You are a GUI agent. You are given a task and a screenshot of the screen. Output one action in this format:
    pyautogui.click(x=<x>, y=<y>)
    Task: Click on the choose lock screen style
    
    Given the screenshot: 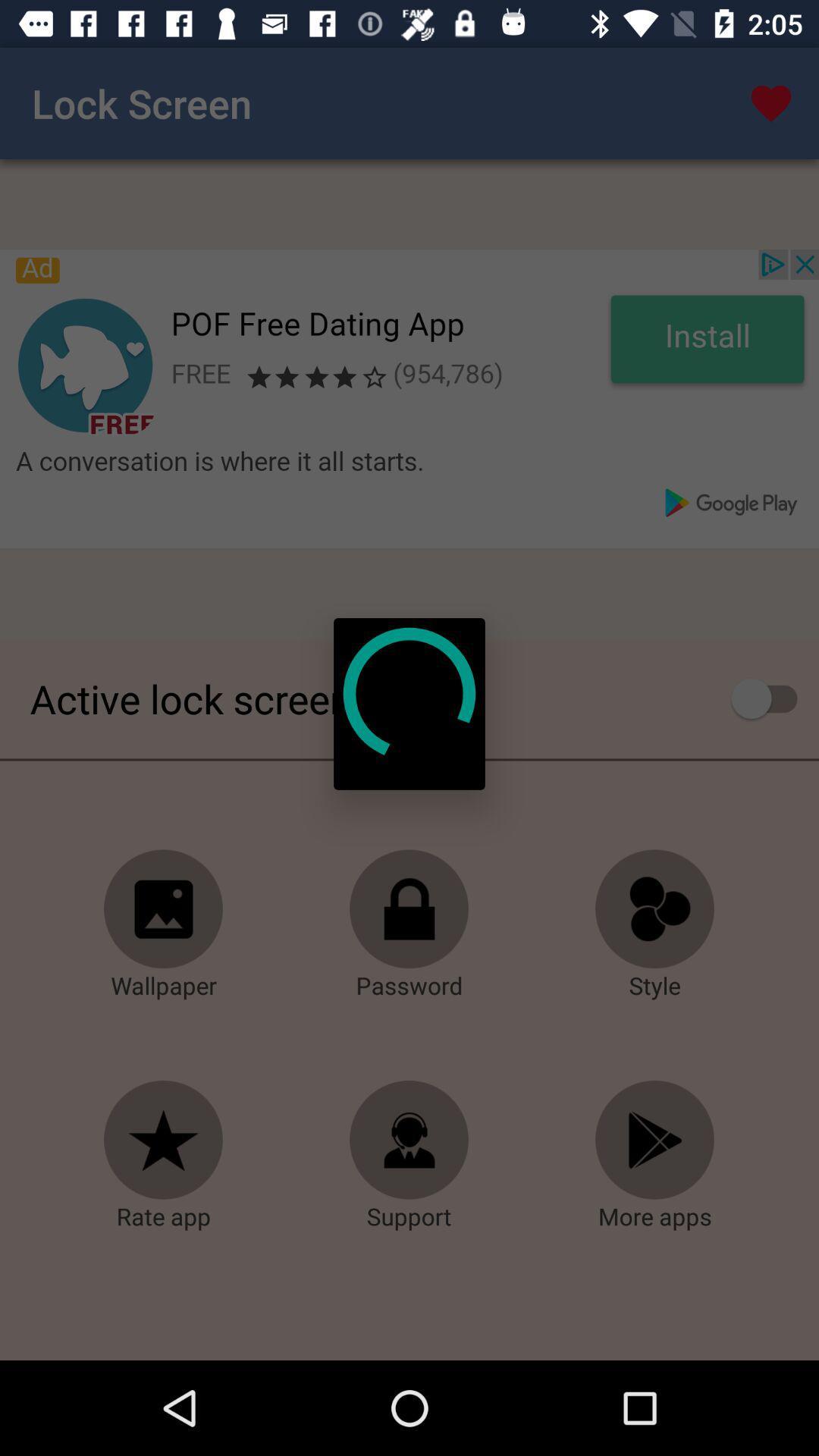 What is the action you would take?
    pyautogui.click(x=654, y=909)
    